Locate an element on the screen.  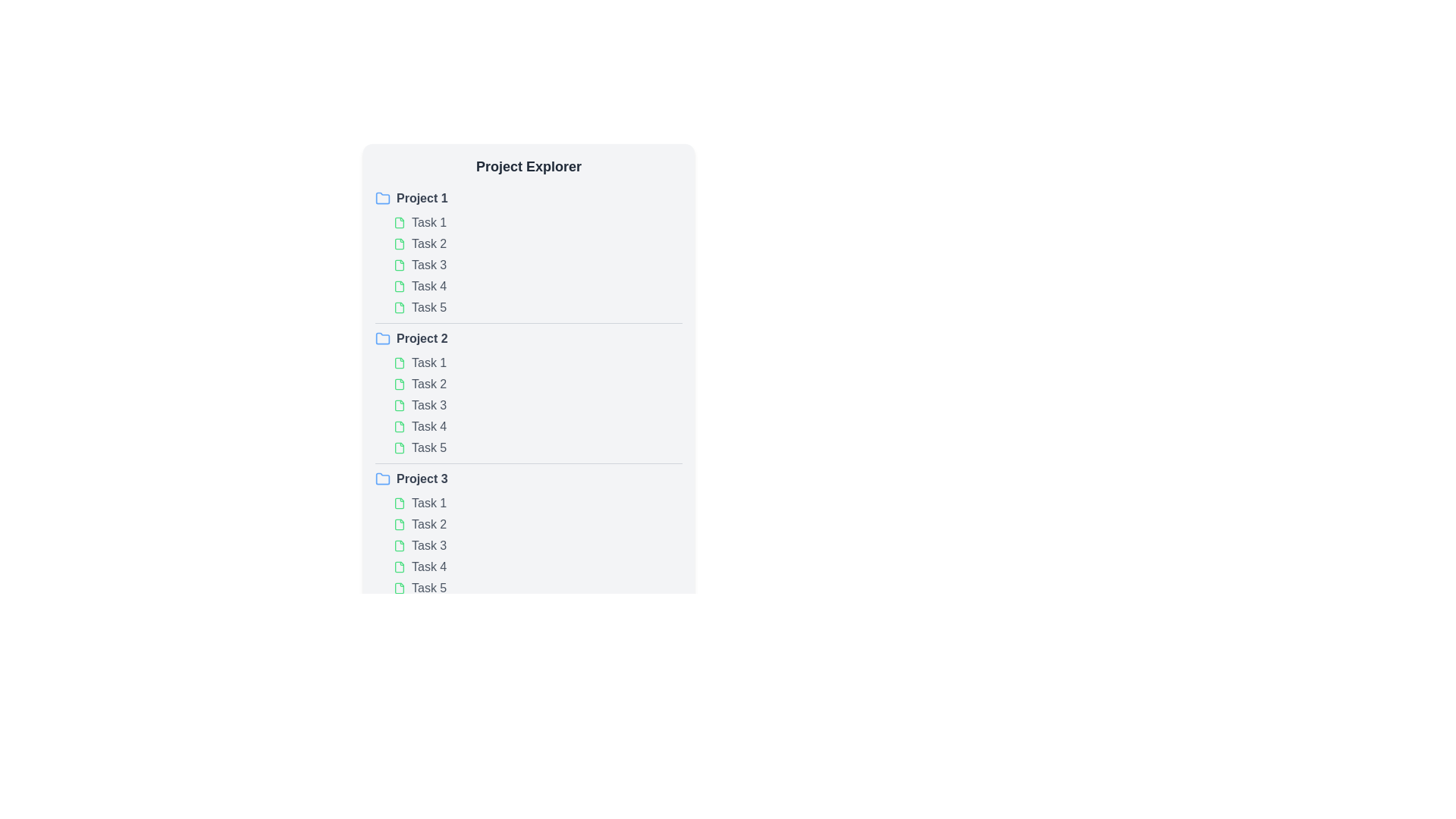
the green document icon representing 'Task 5' under Project 2, which is the leftmost element in its row is located at coordinates (400, 447).